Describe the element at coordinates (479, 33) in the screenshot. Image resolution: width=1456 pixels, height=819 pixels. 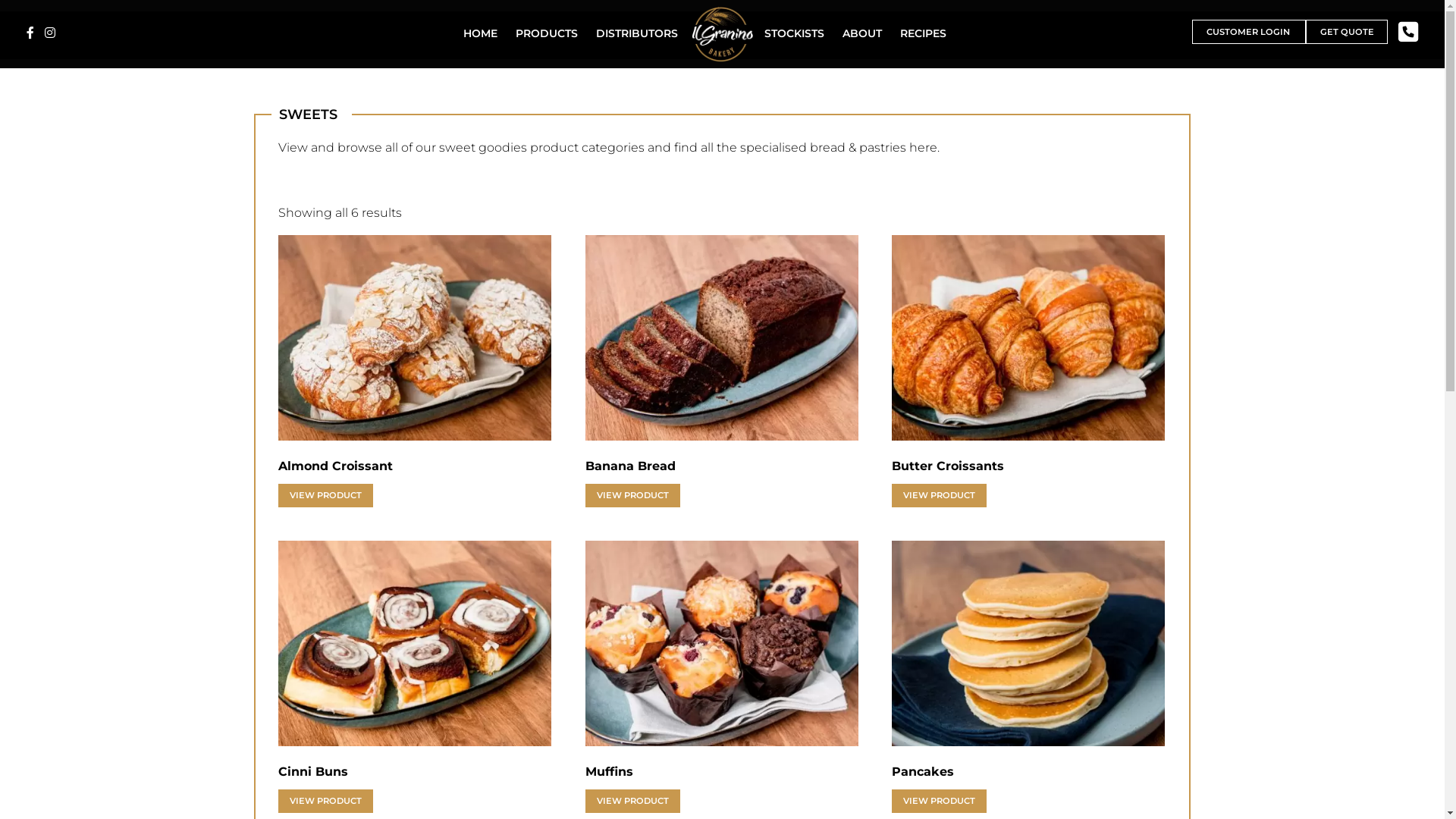
I see `'HOME'` at that location.